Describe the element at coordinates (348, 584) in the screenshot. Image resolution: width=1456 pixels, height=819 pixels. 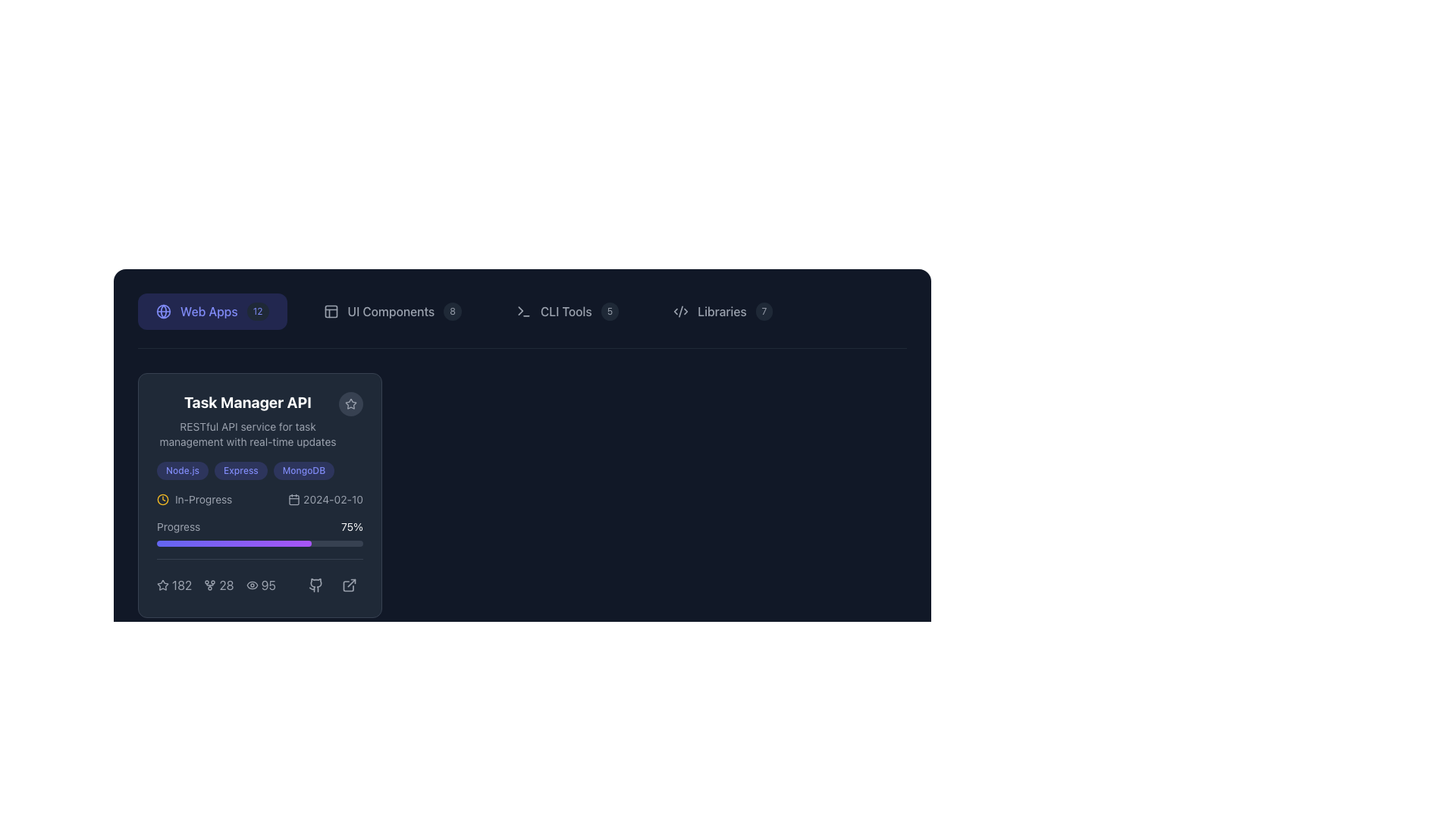
I see `the external link icon button located at the far right beneath the 'Task Manager API' card` at that location.